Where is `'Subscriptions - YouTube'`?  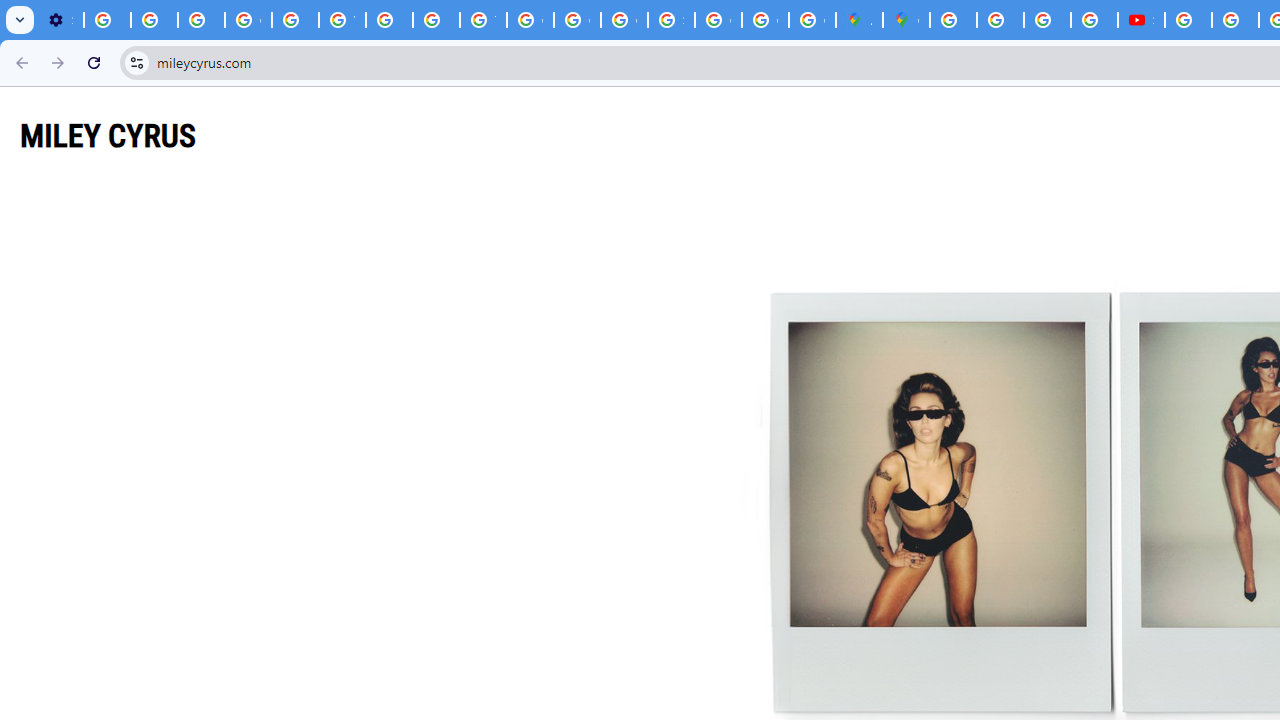
'Subscriptions - YouTube' is located at coordinates (1141, 20).